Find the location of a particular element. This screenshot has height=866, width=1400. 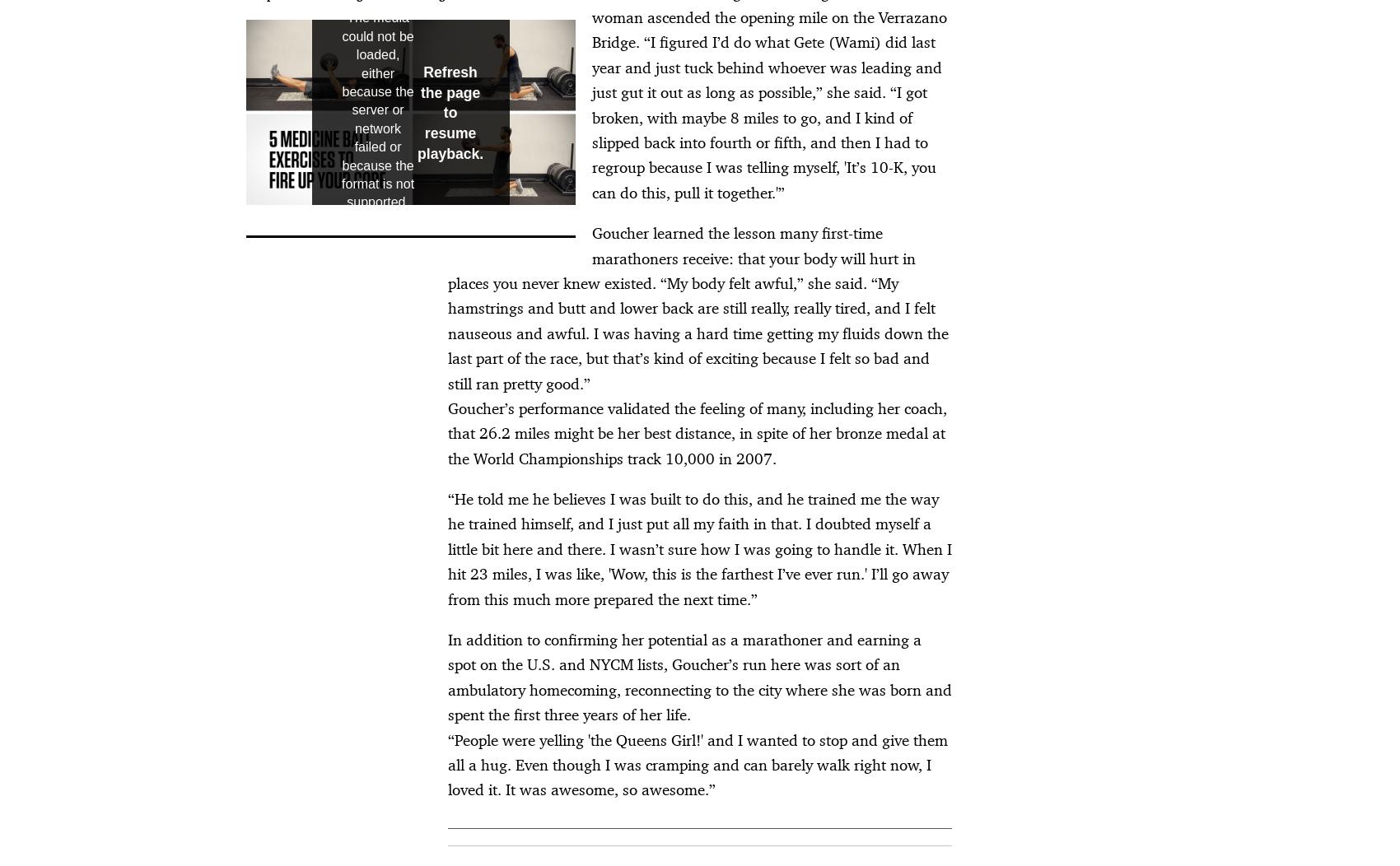

'A Part of Hearst Digital Media' is located at coordinates (329, 620).